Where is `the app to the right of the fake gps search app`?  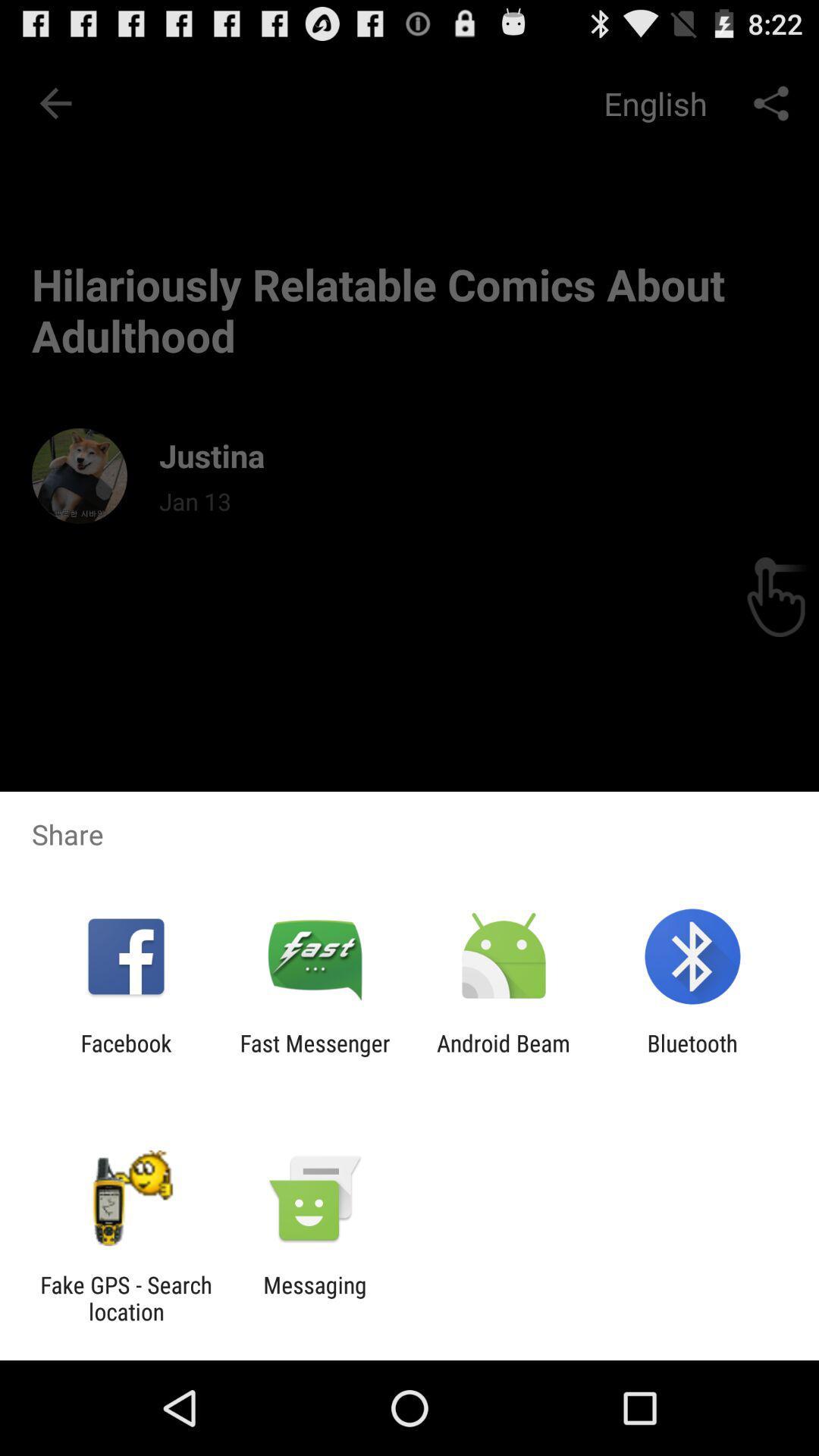 the app to the right of the fake gps search app is located at coordinates (314, 1298).